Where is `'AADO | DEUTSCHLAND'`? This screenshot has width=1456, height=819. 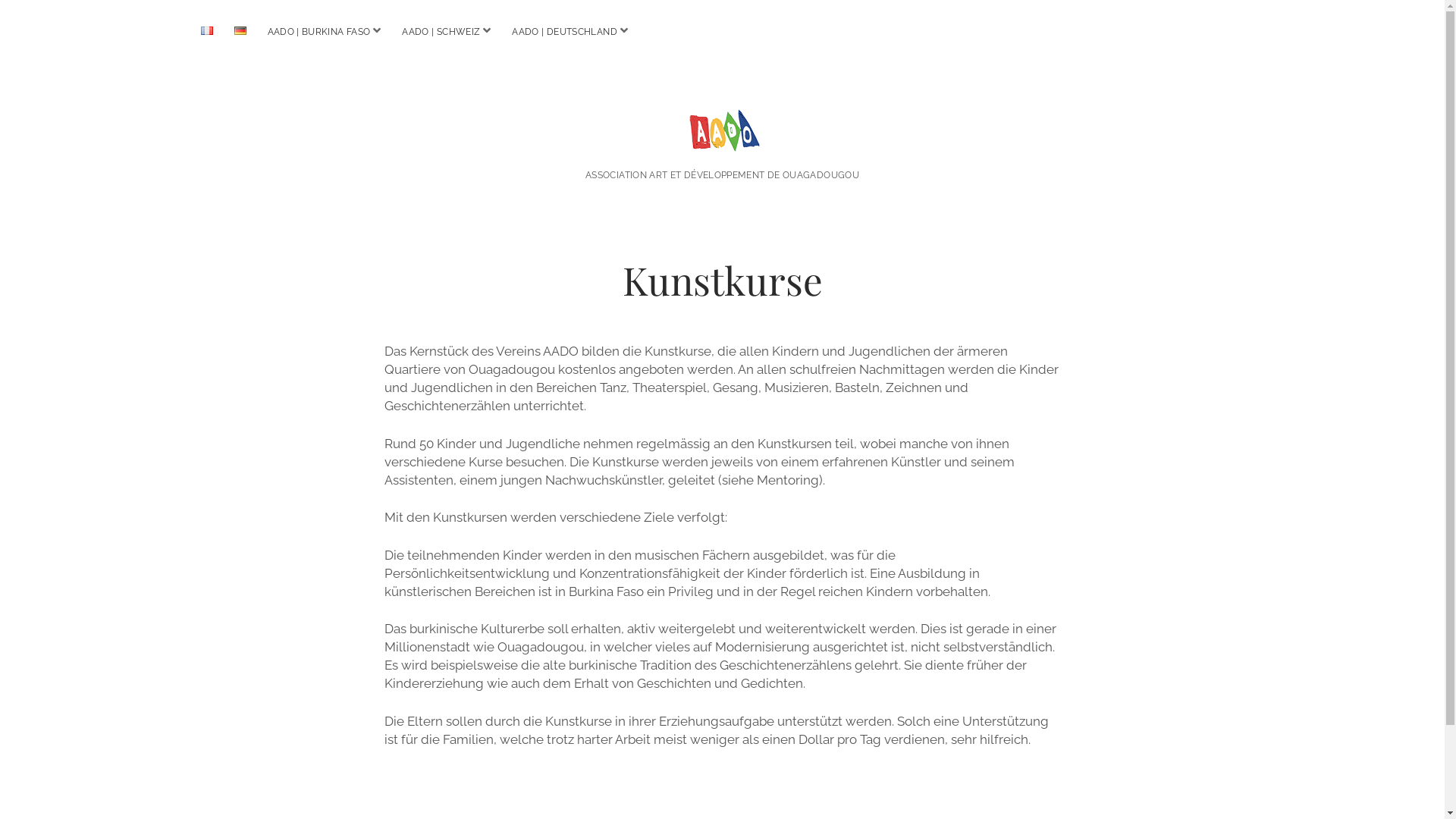 'AADO | DEUTSCHLAND' is located at coordinates (563, 32).